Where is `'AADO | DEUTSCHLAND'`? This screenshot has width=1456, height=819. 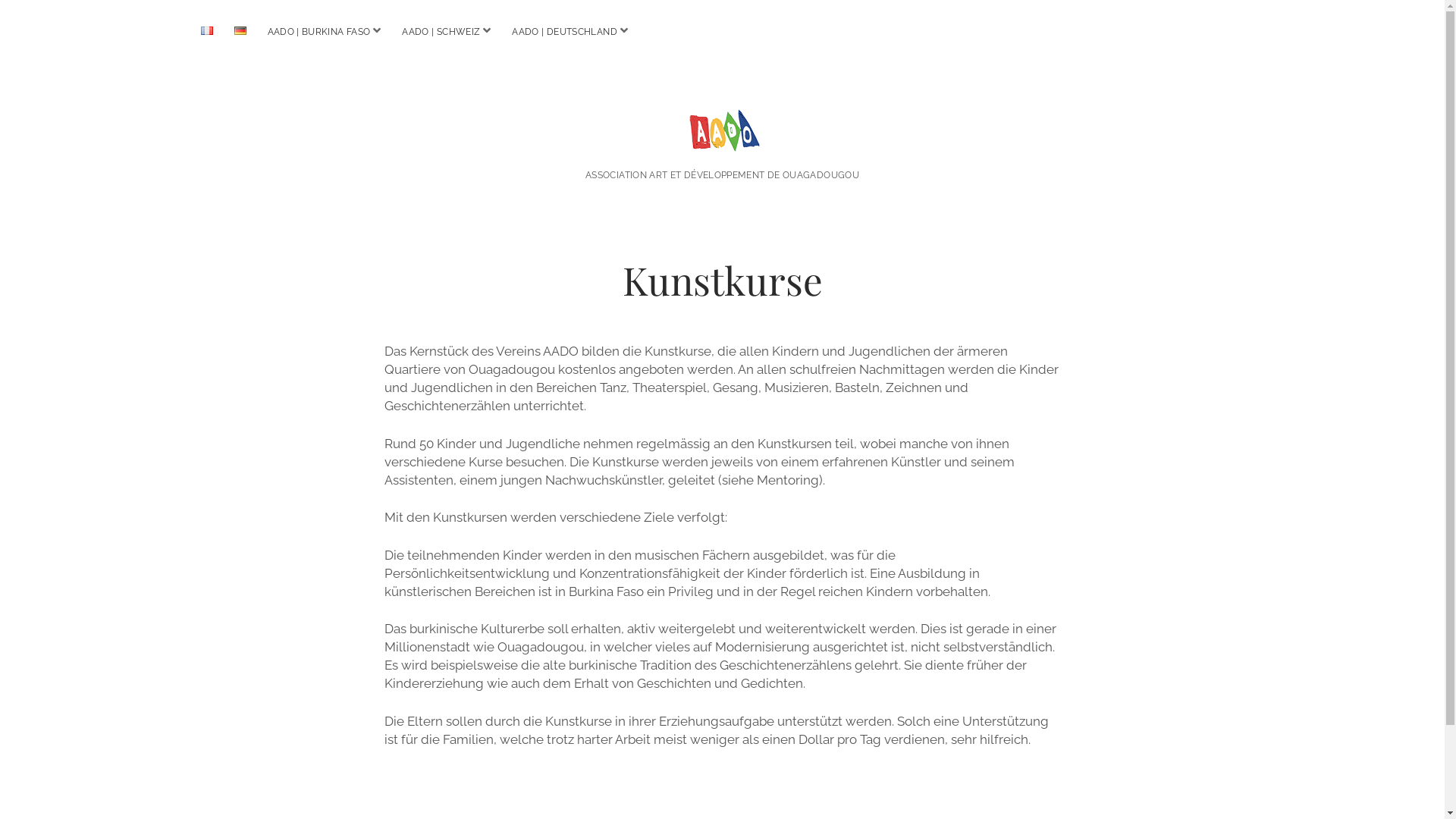 'AADO | DEUTSCHLAND' is located at coordinates (563, 32).